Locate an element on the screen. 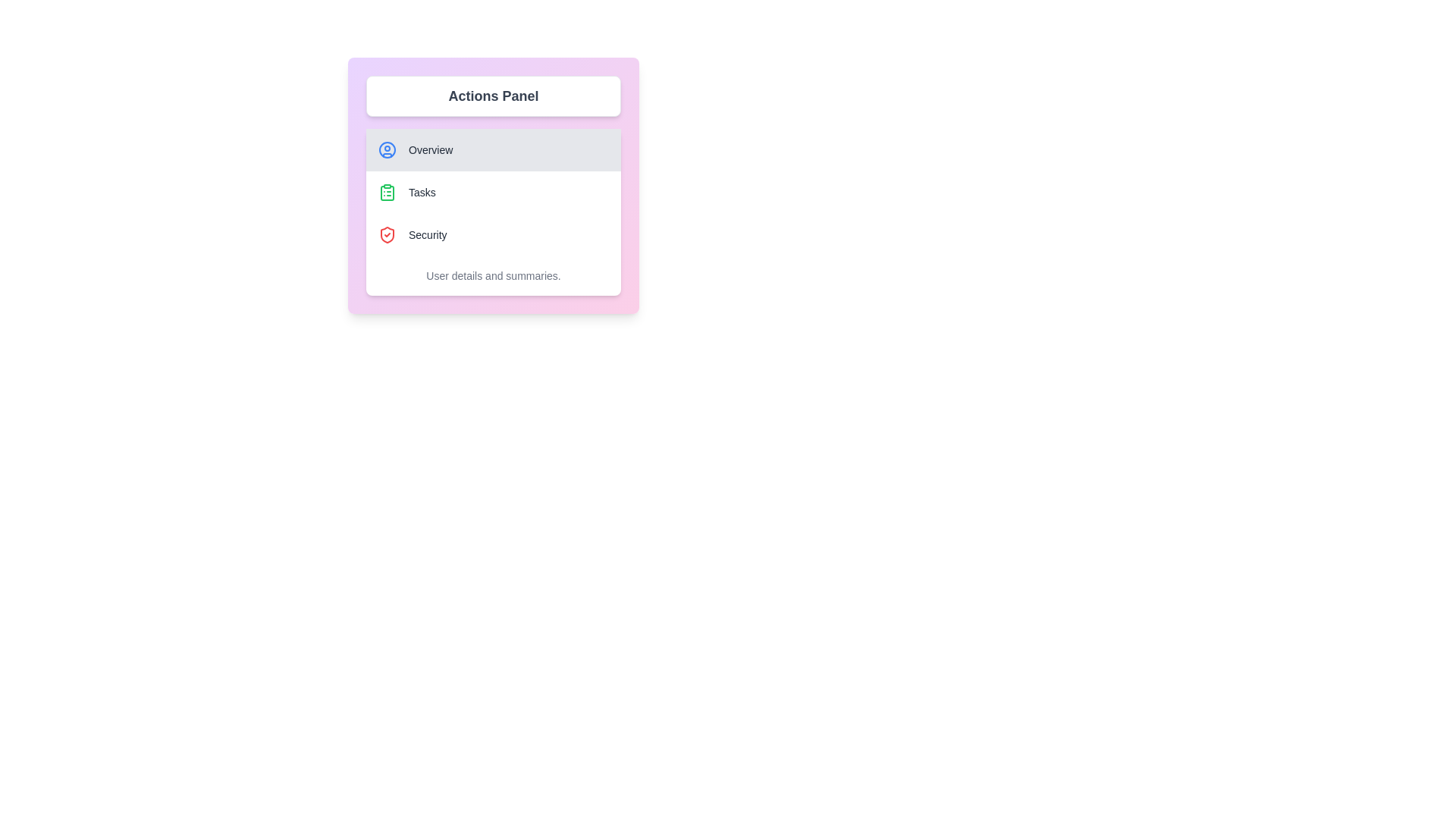 The width and height of the screenshot is (1456, 819). the menu option Security is located at coordinates (494, 234).